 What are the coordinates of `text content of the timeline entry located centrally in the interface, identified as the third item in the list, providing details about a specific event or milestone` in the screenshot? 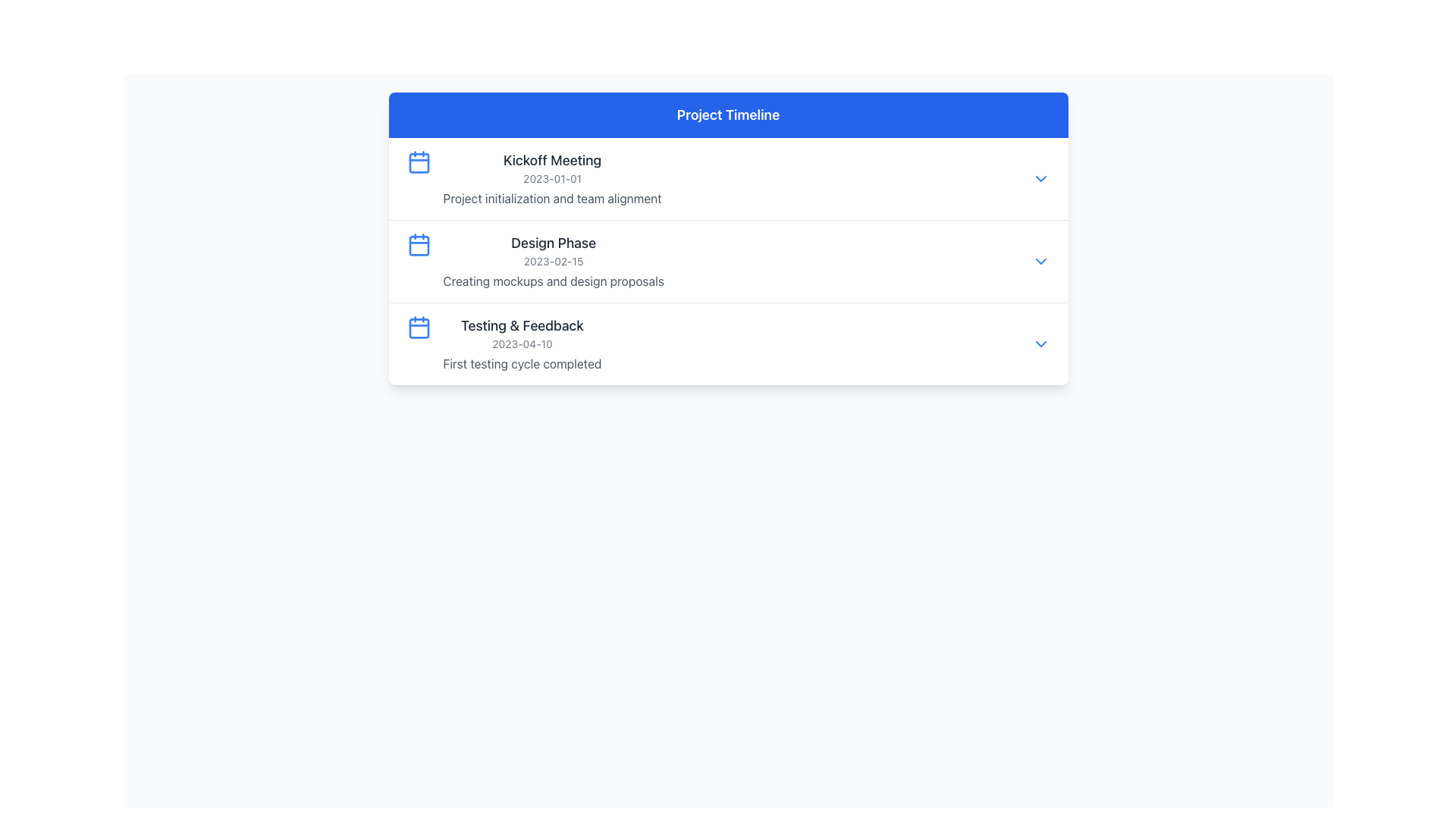 It's located at (504, 344).